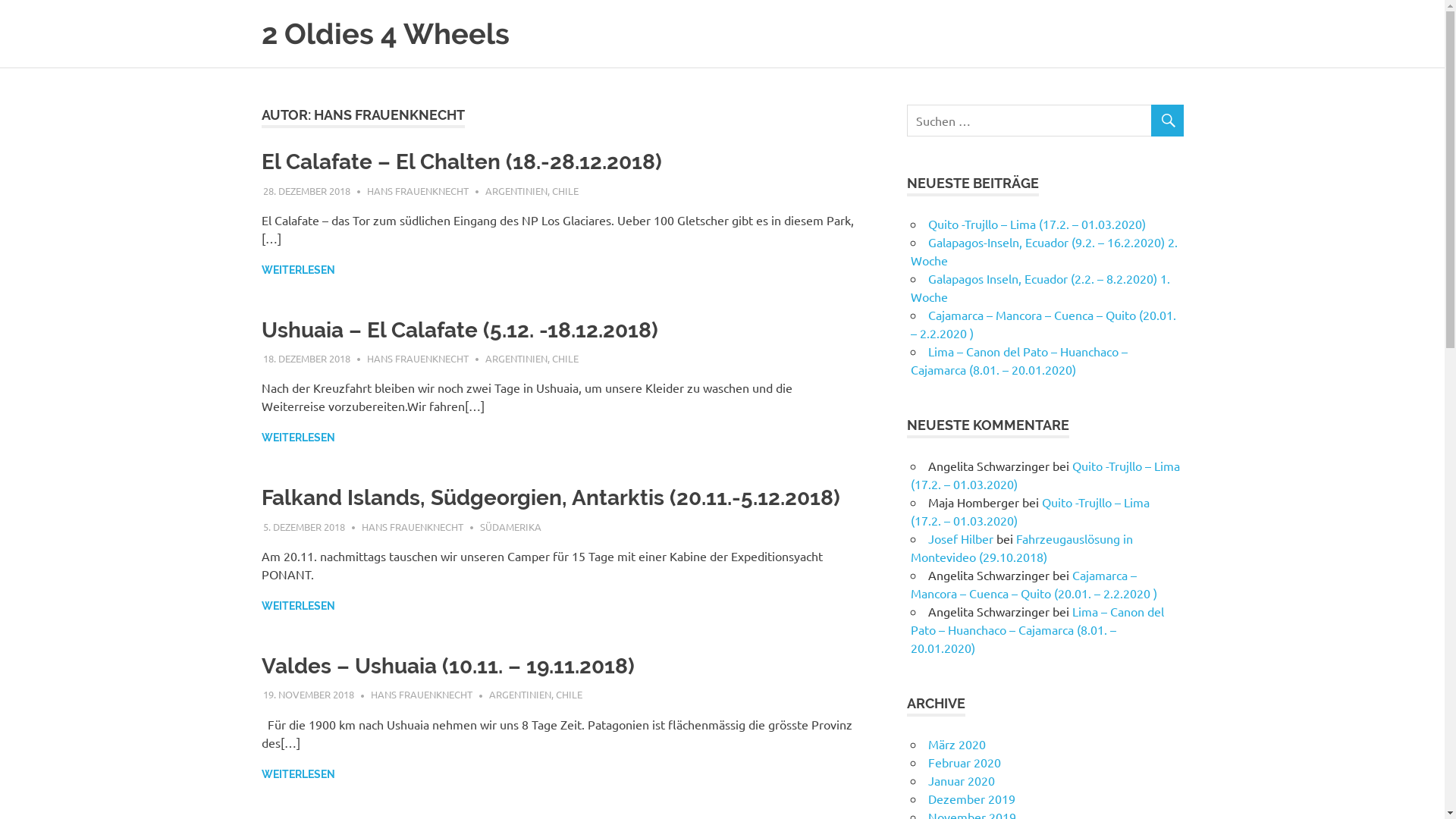  What do you see at coordinates (964, 762) in the screenshot?
I see `'Februar 2020'` at bounding box center [964, 762].